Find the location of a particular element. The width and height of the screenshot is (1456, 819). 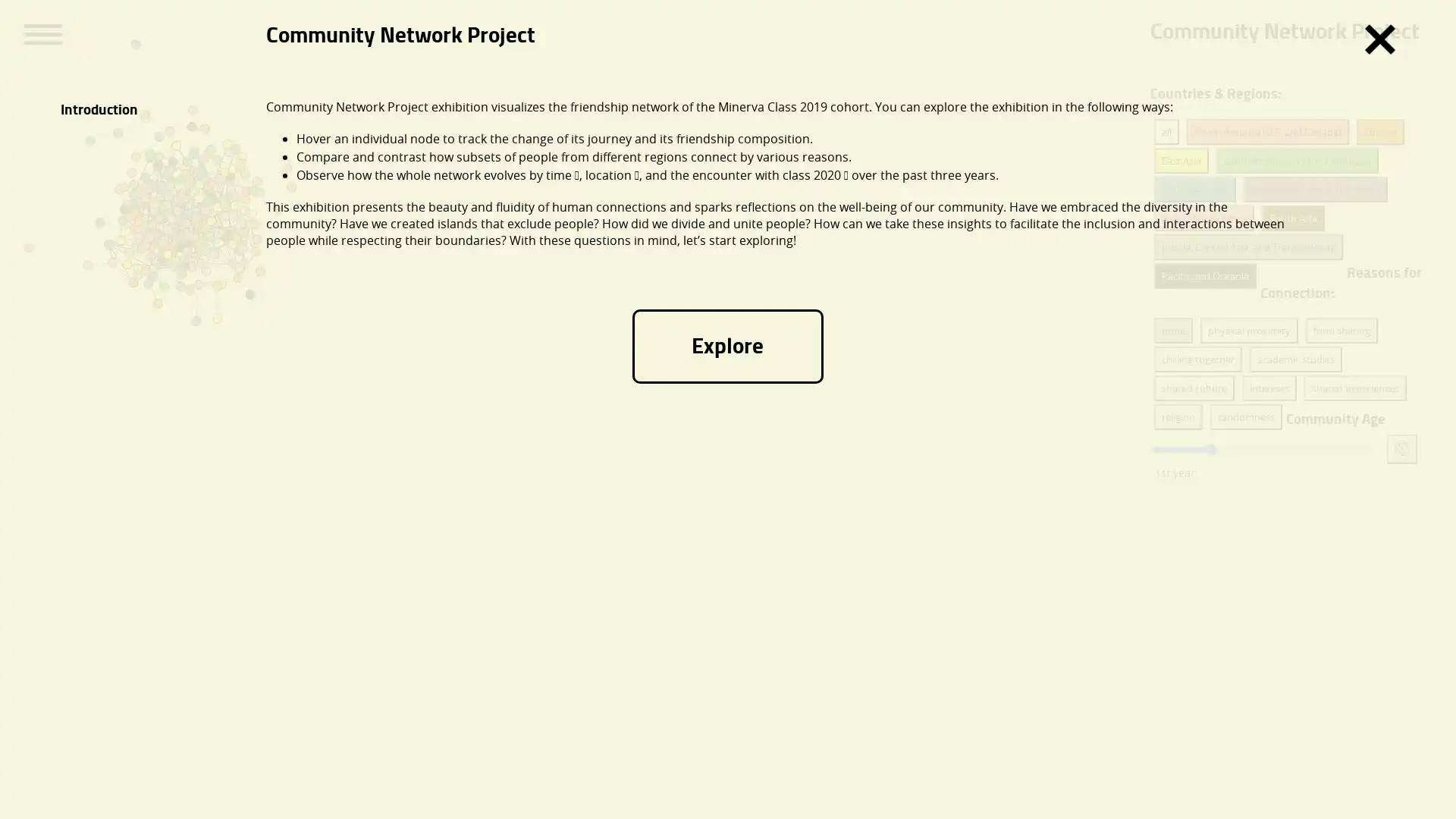

North America (U.S. and Canada) is located at coordinates (1267, 130).